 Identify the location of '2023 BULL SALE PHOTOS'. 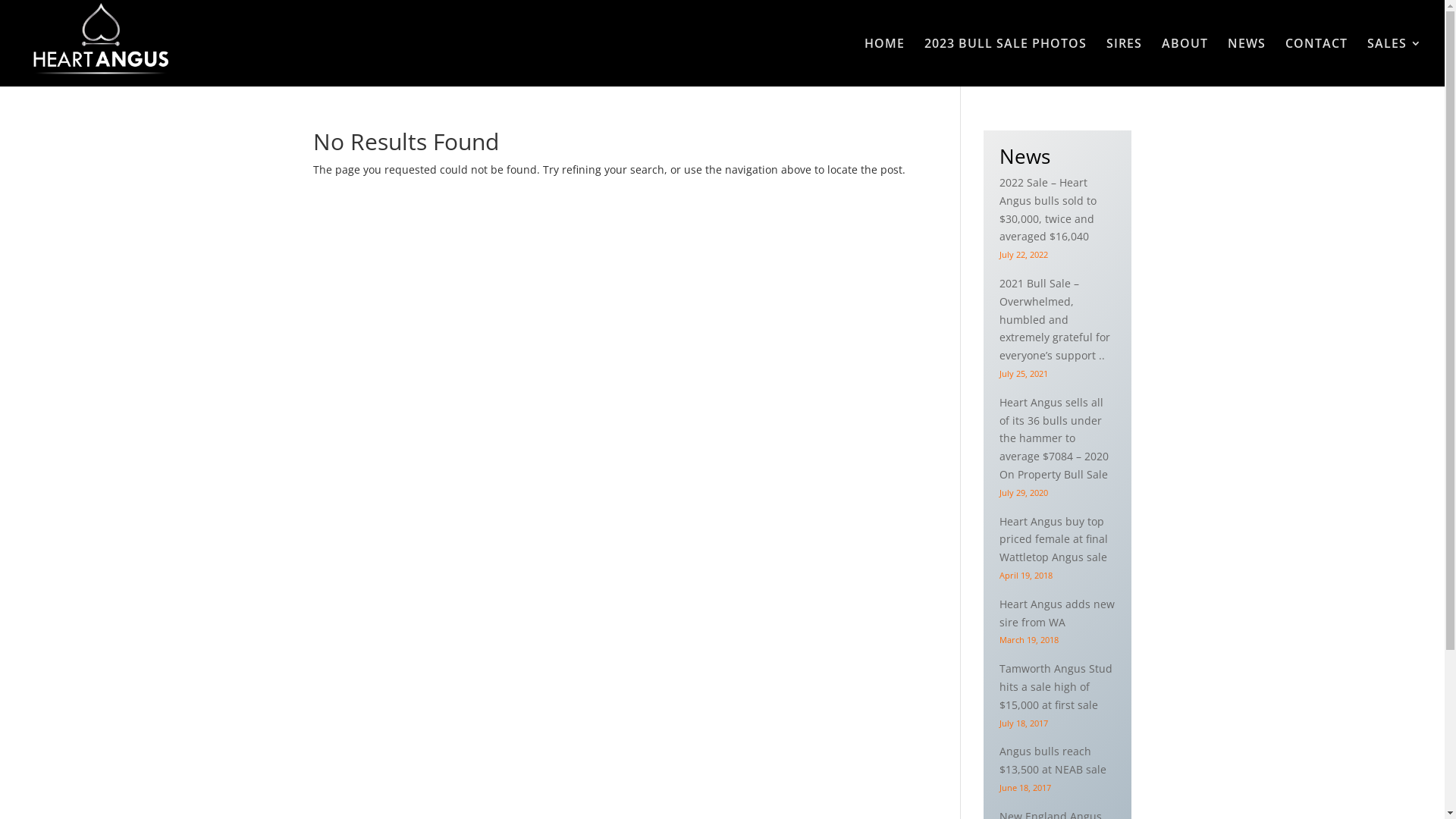
(1005, 61).